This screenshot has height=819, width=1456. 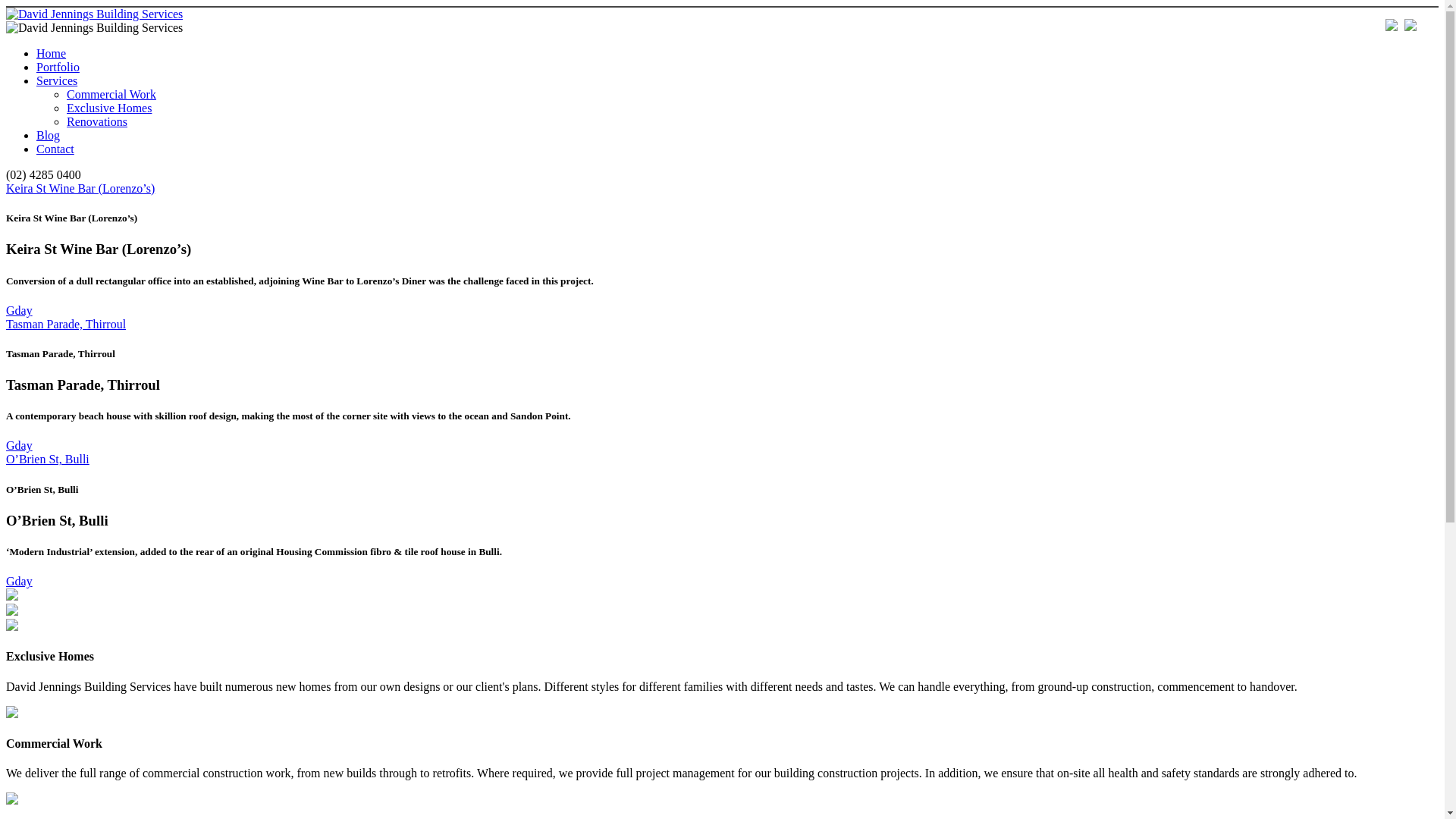 I want to click on 'Tasman Parade, Thirroul', so click(x=64, y=323).